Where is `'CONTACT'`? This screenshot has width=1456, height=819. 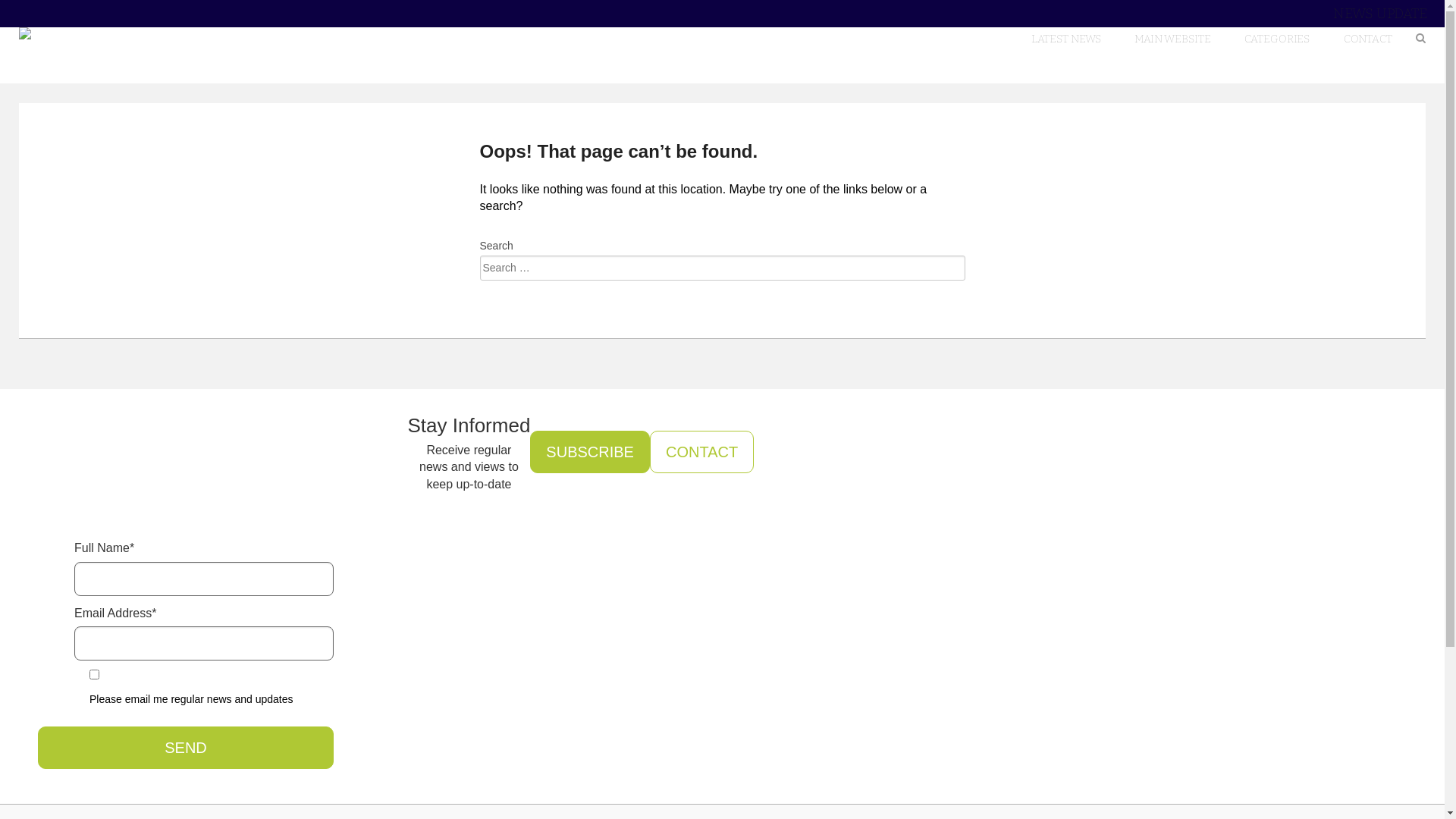 'CONTACT' is located at coordinates (1368, 38).